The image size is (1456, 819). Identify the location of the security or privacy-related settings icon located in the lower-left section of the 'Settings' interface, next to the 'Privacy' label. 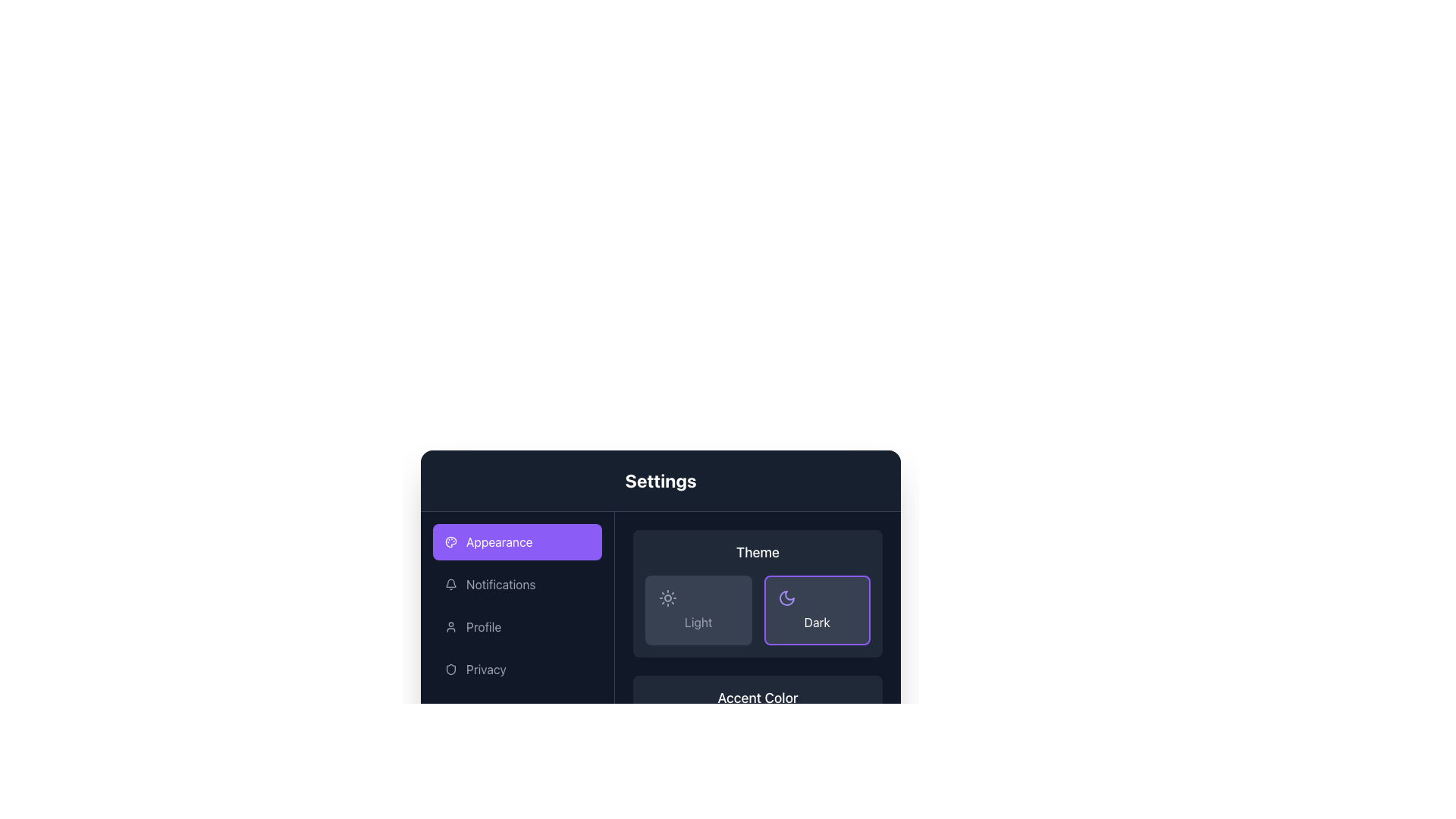
(450, 669).